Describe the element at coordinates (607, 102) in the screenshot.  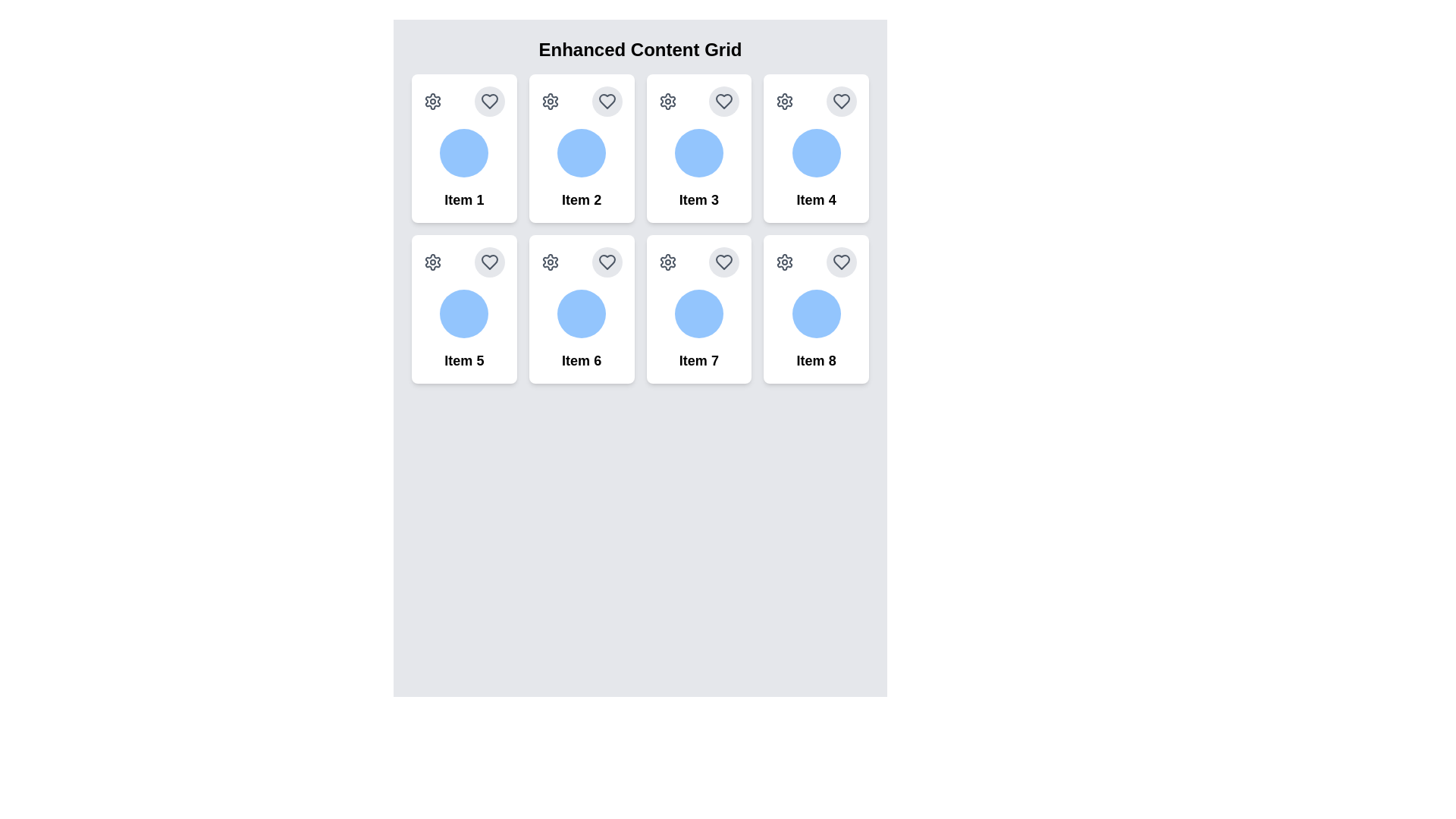
I see `the heart icon with an outlined design located in the upper right corner of the card labeled 'Item 2'` at that location.